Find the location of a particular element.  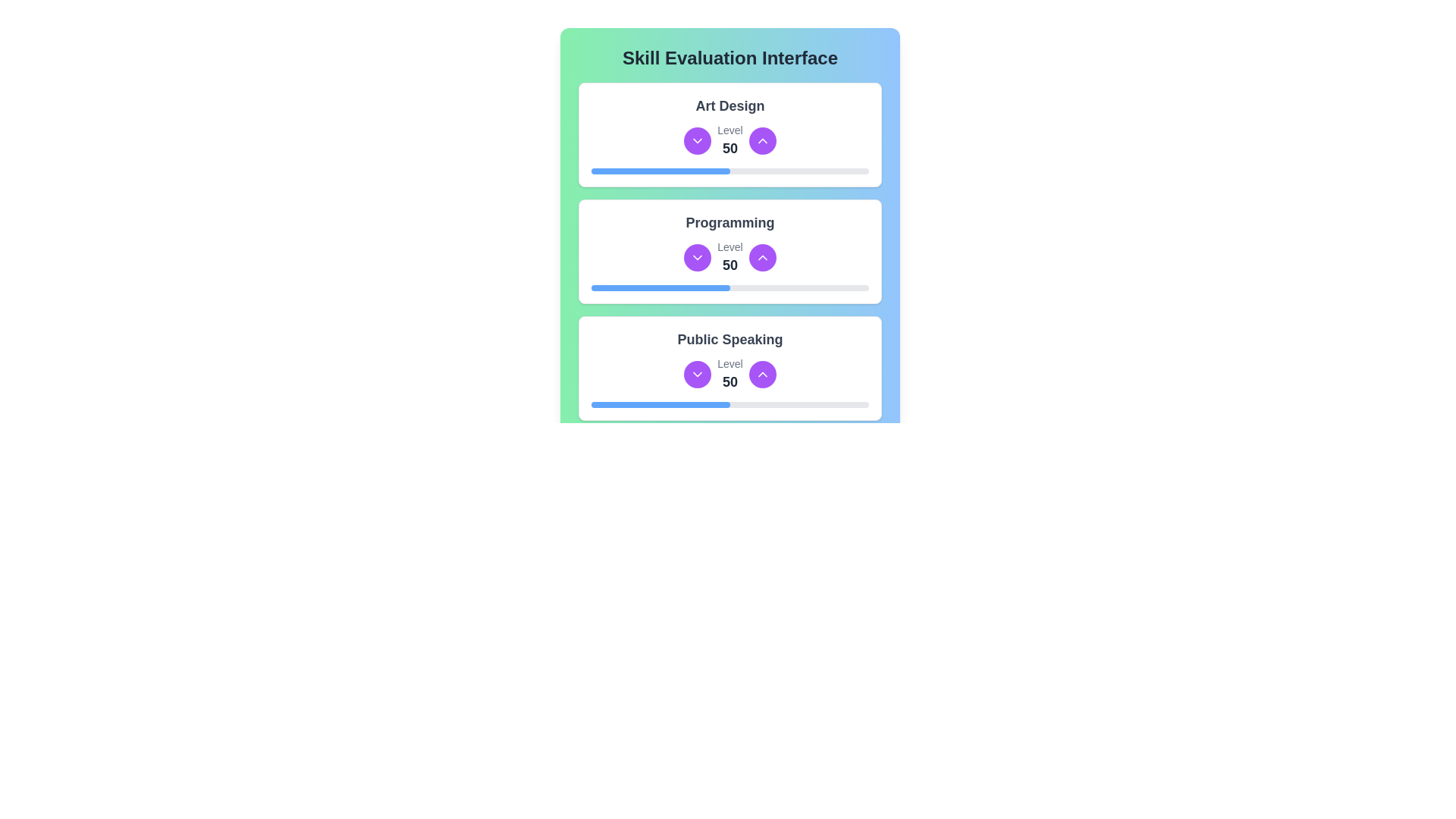

the arrow icon centered within the circular button located in the bottom-right of the 'Public Speaking' section to increase the level by one unit is located at coordinates (762, 374).